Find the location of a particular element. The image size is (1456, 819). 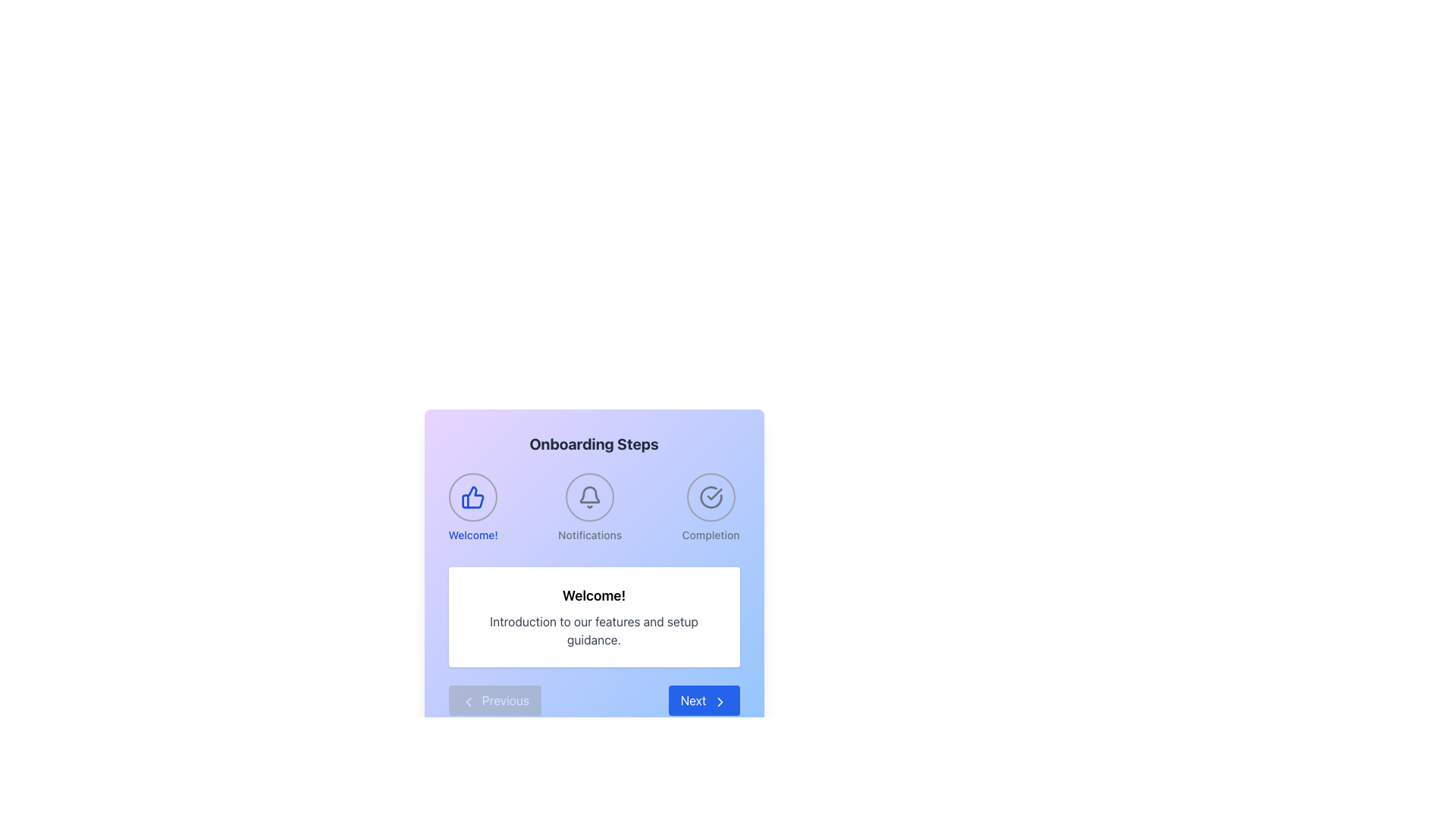

the right-pointing chevron arrow icon located at the center of the 'Next' button in the bottom-right of the interface is located at coordinates (719, 701).